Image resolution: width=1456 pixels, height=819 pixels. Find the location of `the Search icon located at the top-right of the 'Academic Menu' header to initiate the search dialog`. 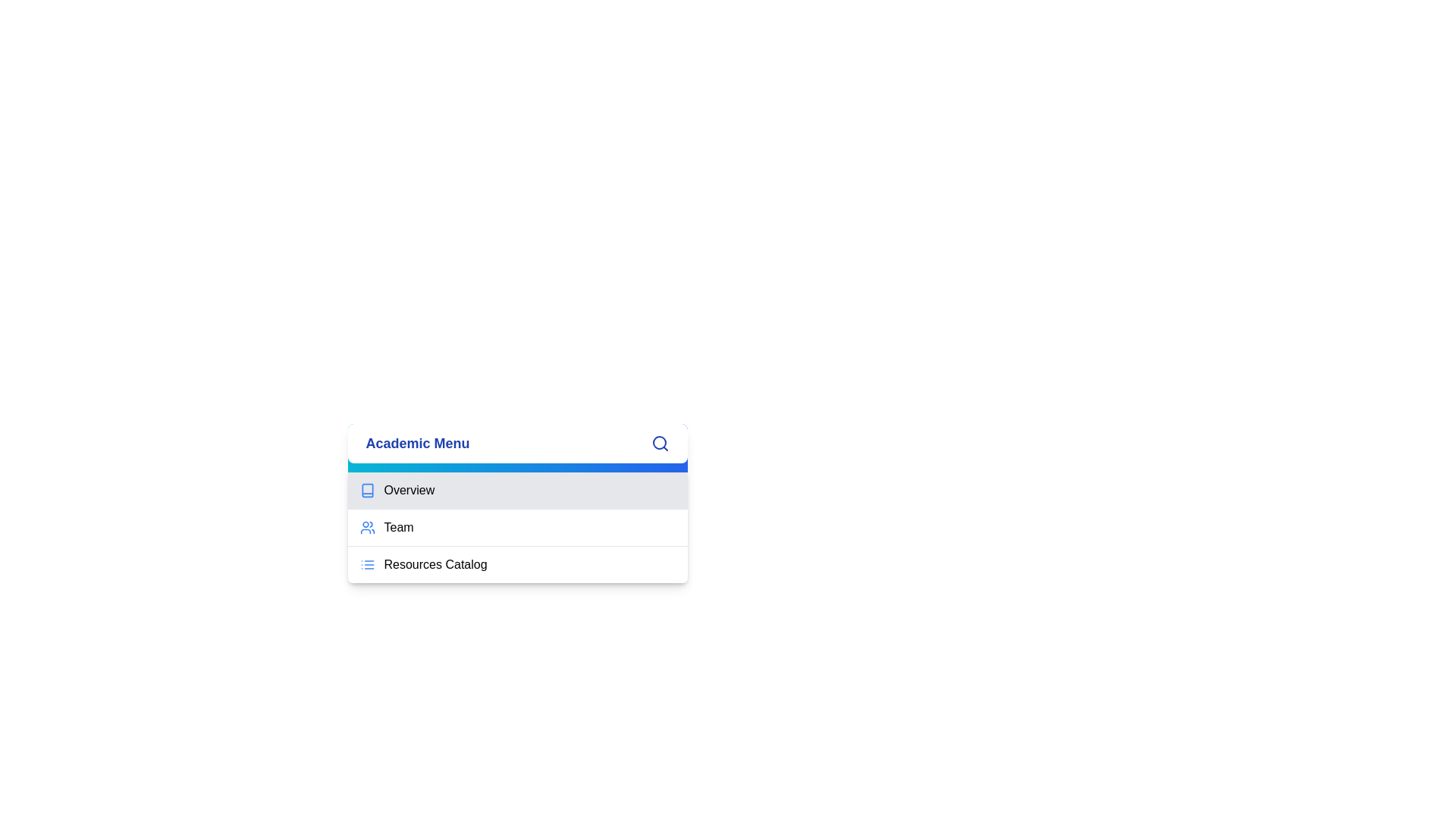

the Search icon located at the top-right of the 'Academic Menu' header to initiate the search dialog is located at coordinates (660, 444).